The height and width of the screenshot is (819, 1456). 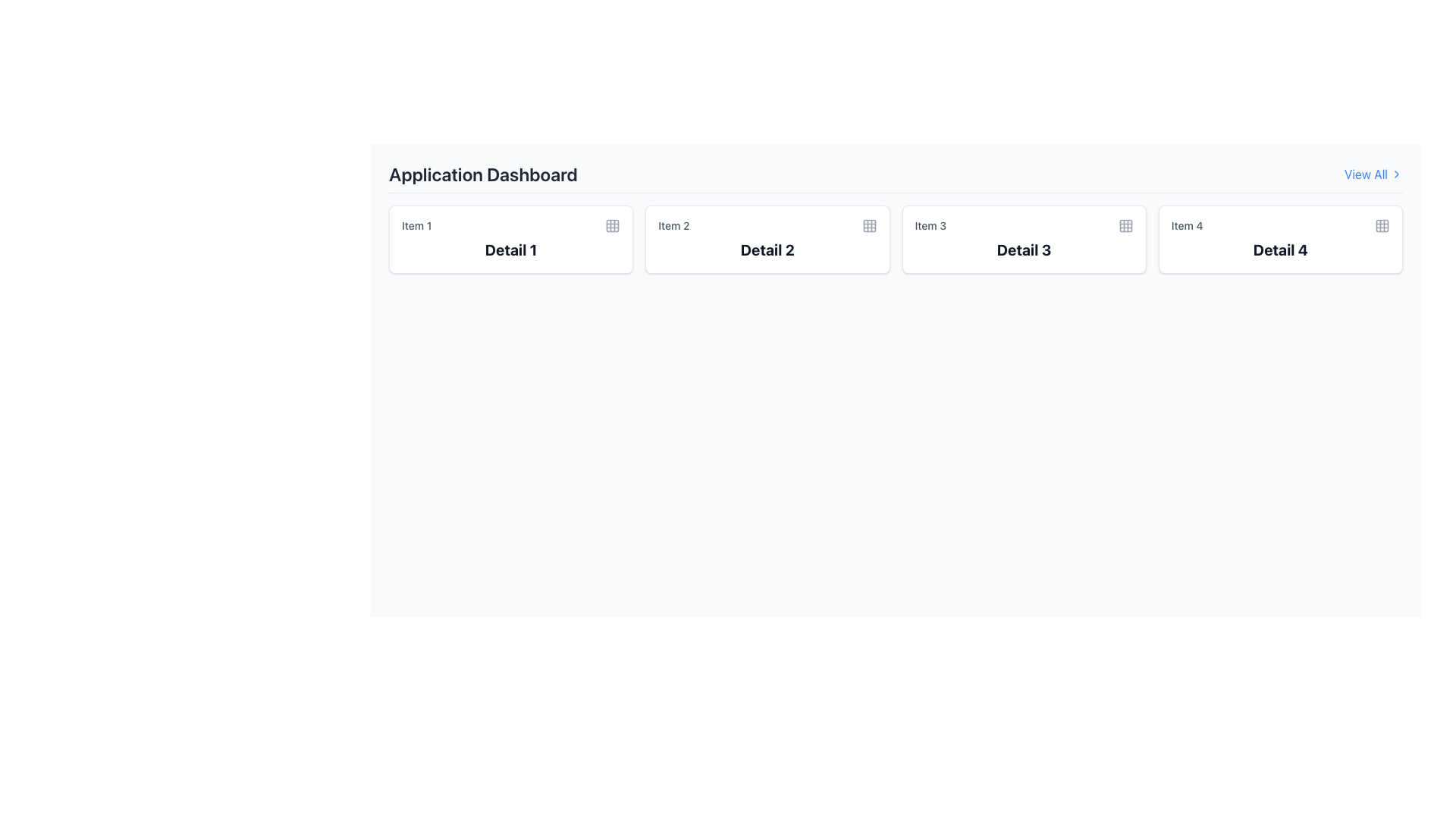 What do you see at coordinates (1396, 174) in the screenshot?
I see `the small rightward-pointing chevron icon located on the far-right side of the 'View All' link text` at bounding box center [1396, 174].